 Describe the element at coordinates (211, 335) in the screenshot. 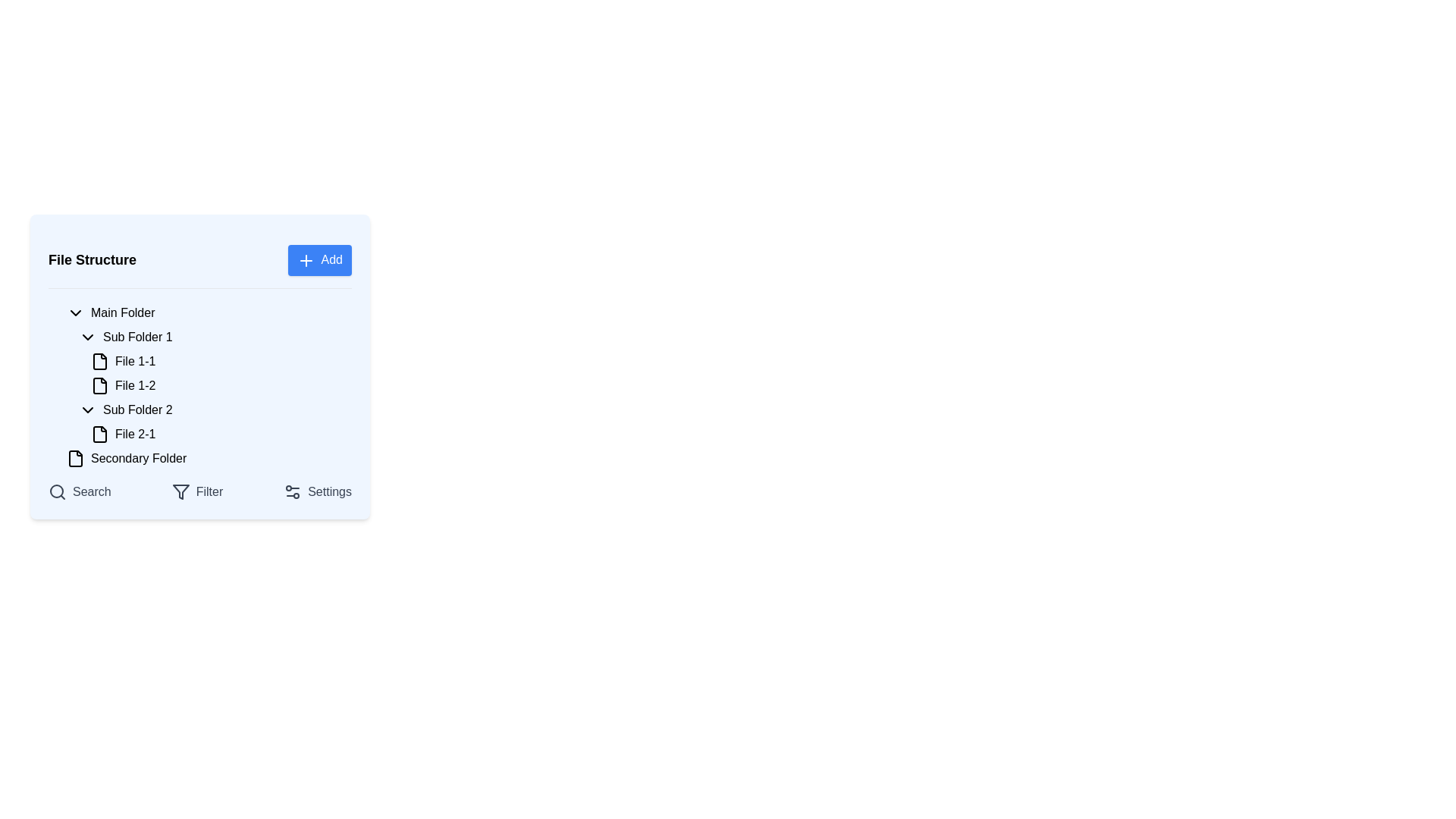

I see `the collapsible folder entry located under the 'Main Folder'` at that location.